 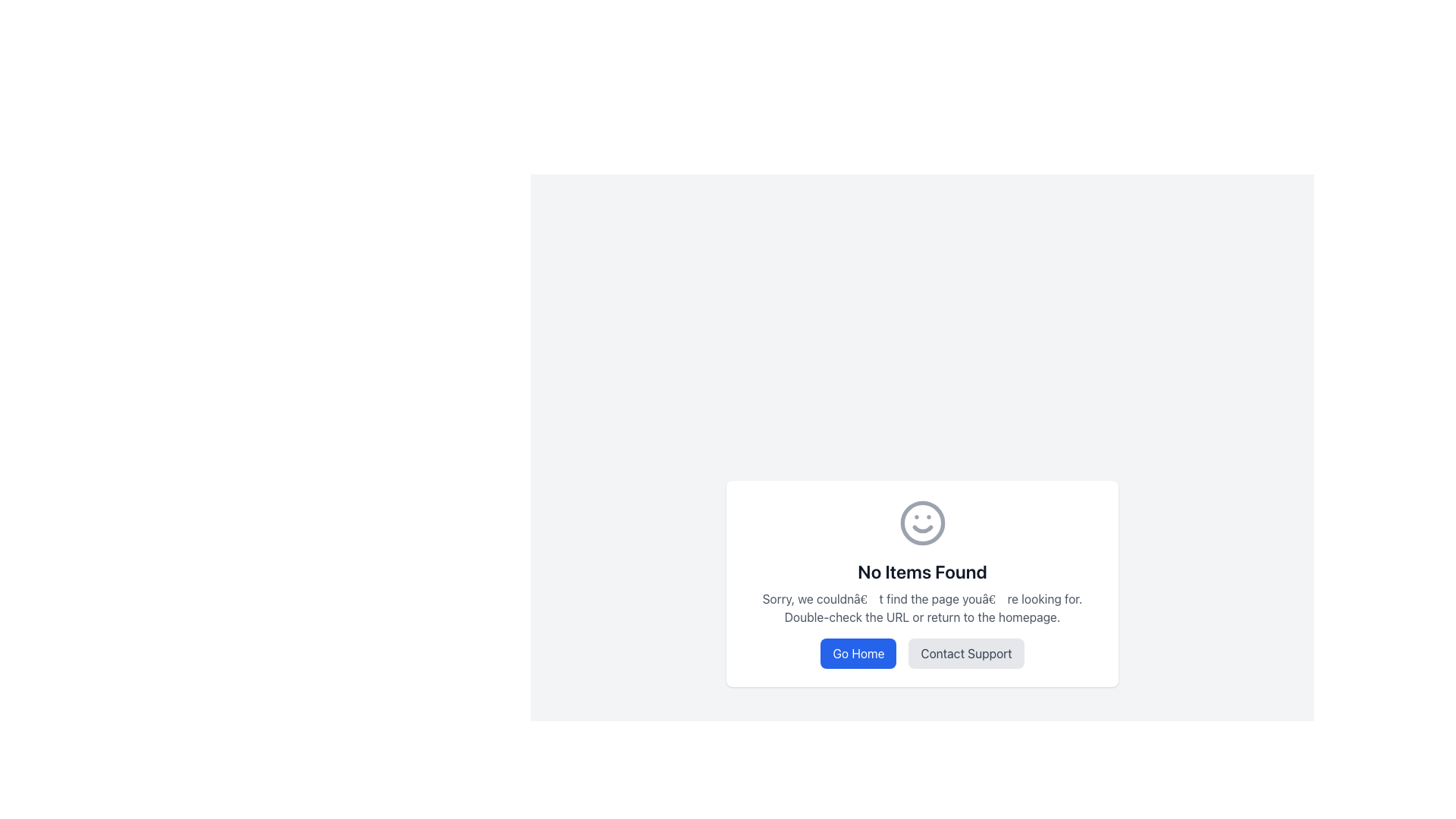 I want to click on informational message that indicates the requested page could not be found, which is located below the 'No Items Found' text and above the 'Go Home' and 'Contact Support' buttons, so click(x=921, y=607).